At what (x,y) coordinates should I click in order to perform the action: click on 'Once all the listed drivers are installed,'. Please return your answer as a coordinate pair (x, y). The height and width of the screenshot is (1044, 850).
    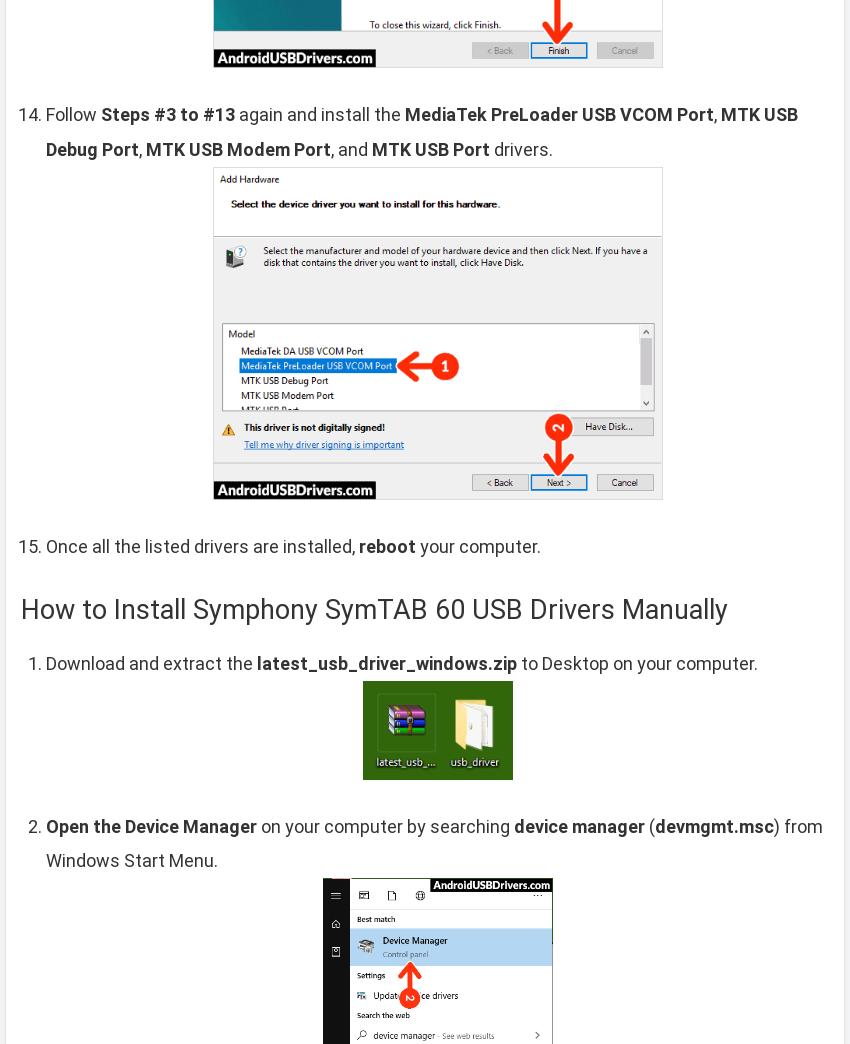
    Looking at the image, I should click on (201, 544).